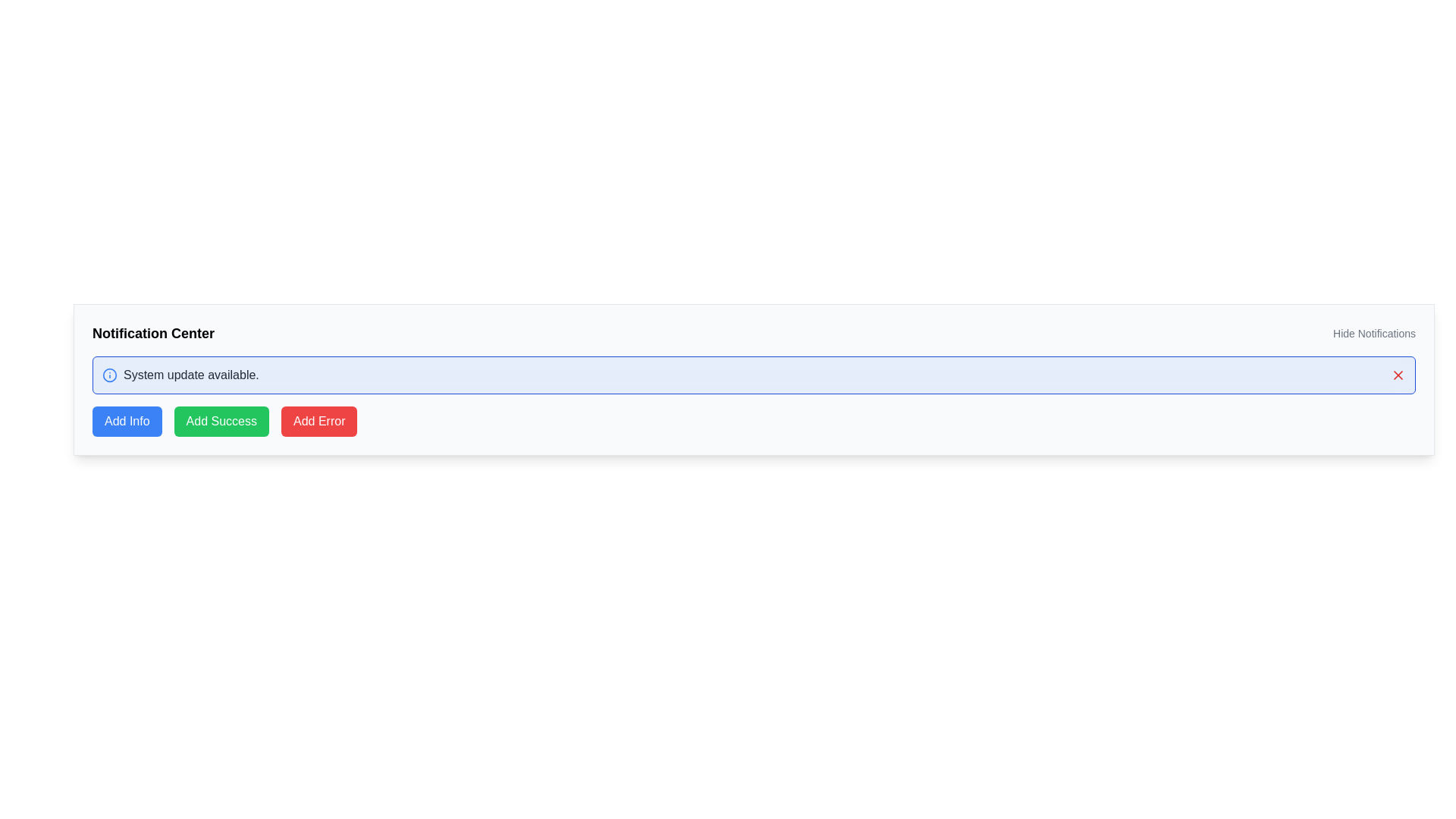 This screenshot has height=819, width=1456. What do you see at coordinates (318, 421) in the screenshot?
I see `the button with a red background labeled 'Add Error' to trigger hover effects` at bounding box center [318, 421].